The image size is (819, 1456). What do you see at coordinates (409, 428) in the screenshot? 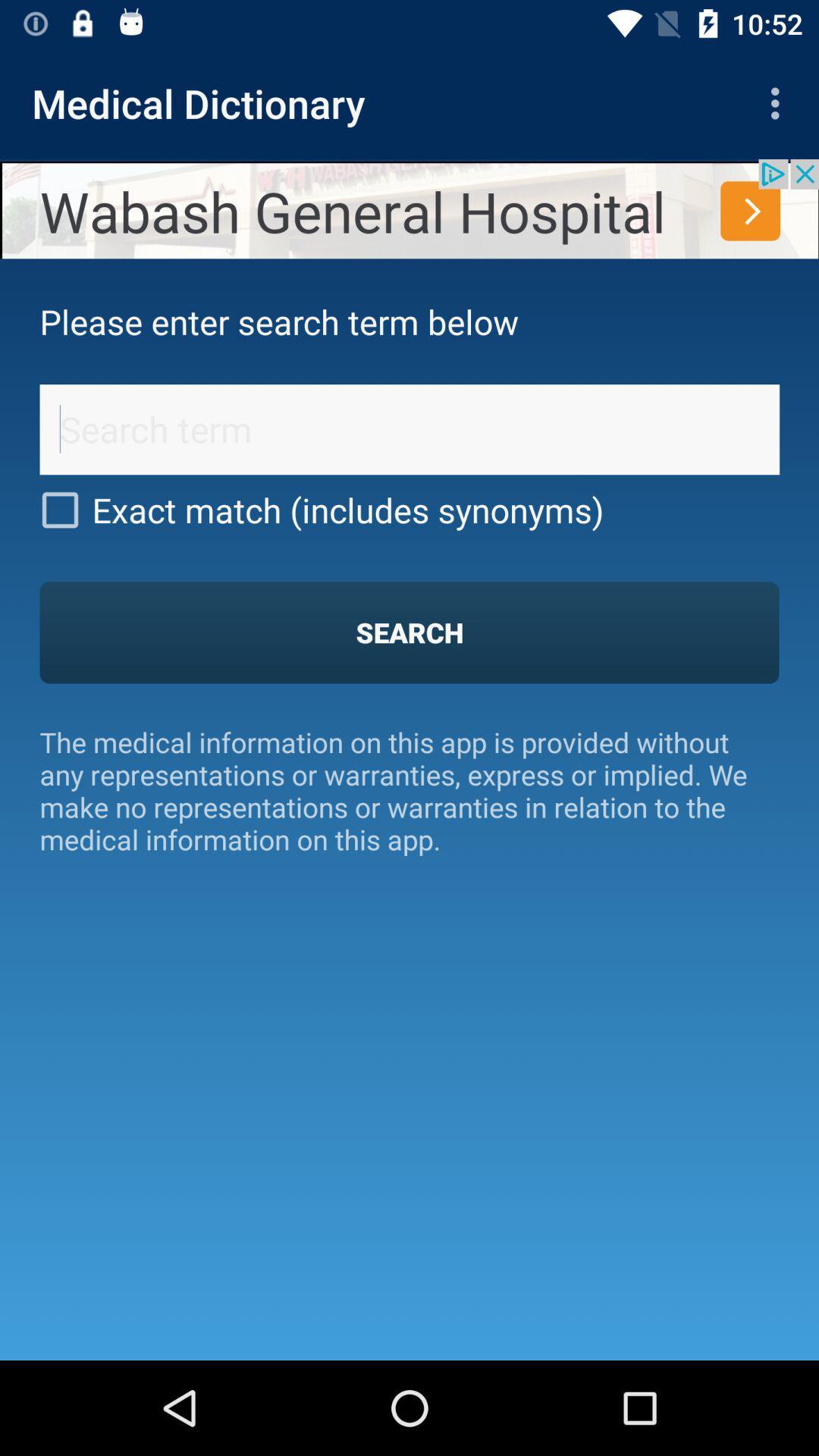
I see `type search term` at bounding box center [409, 428].